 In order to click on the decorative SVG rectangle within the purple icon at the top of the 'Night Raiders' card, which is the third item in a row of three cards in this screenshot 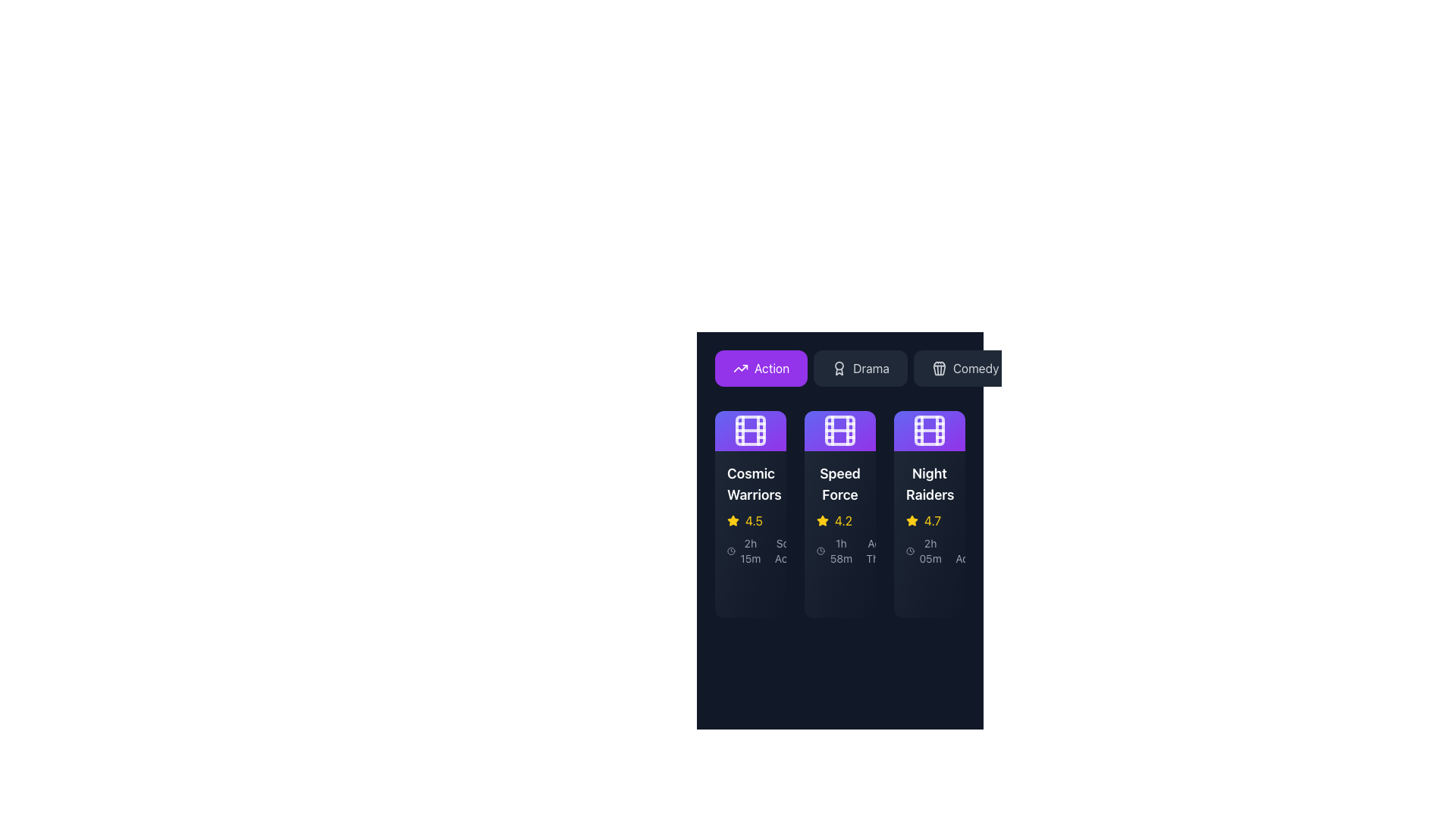, I will do `click(928, 430)`.